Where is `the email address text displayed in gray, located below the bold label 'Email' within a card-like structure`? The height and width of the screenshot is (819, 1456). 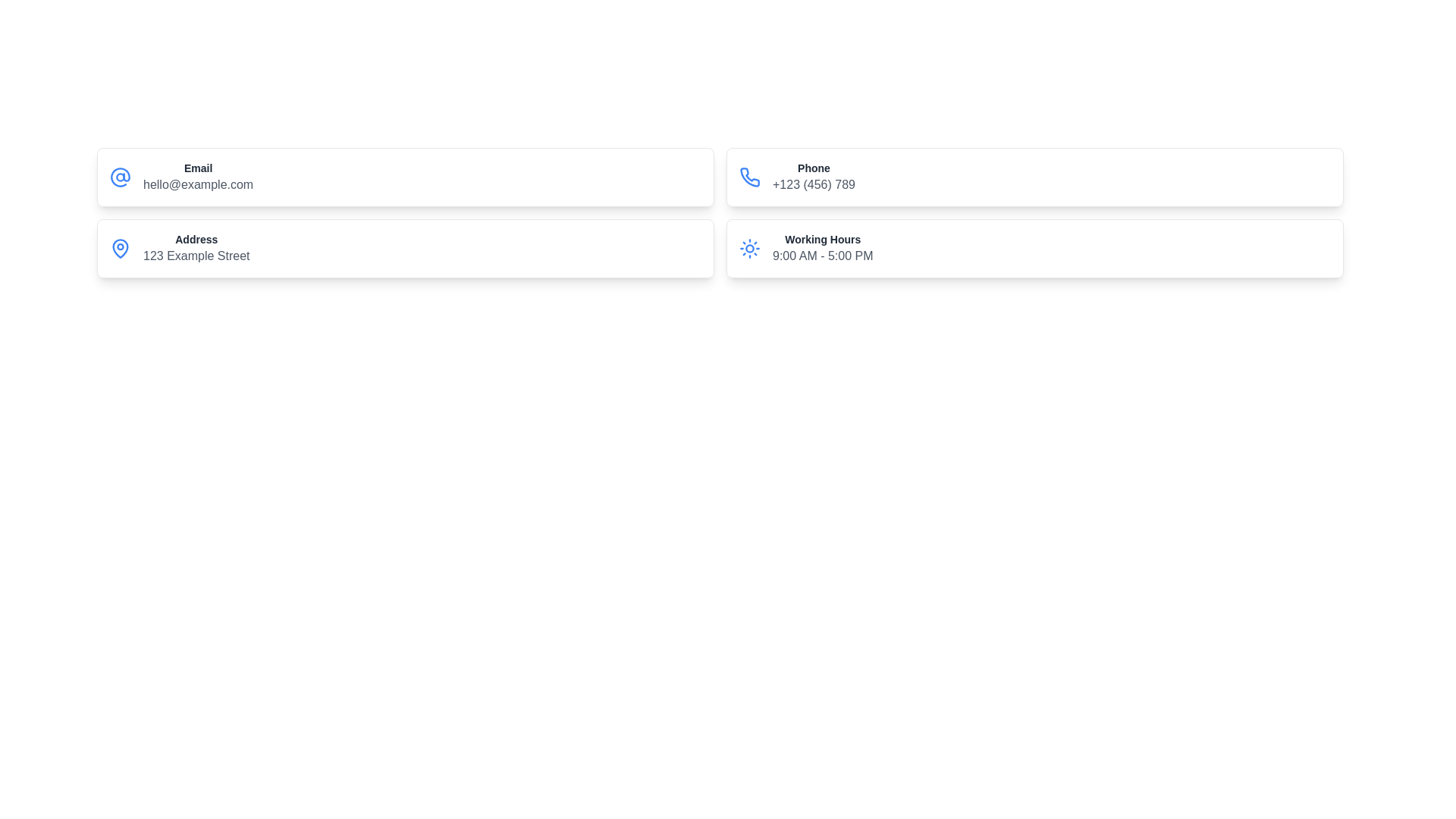
the email address text displayed in gray, located below the bold label 'Email' within a card-like structure is located at coordinates (197, 184).